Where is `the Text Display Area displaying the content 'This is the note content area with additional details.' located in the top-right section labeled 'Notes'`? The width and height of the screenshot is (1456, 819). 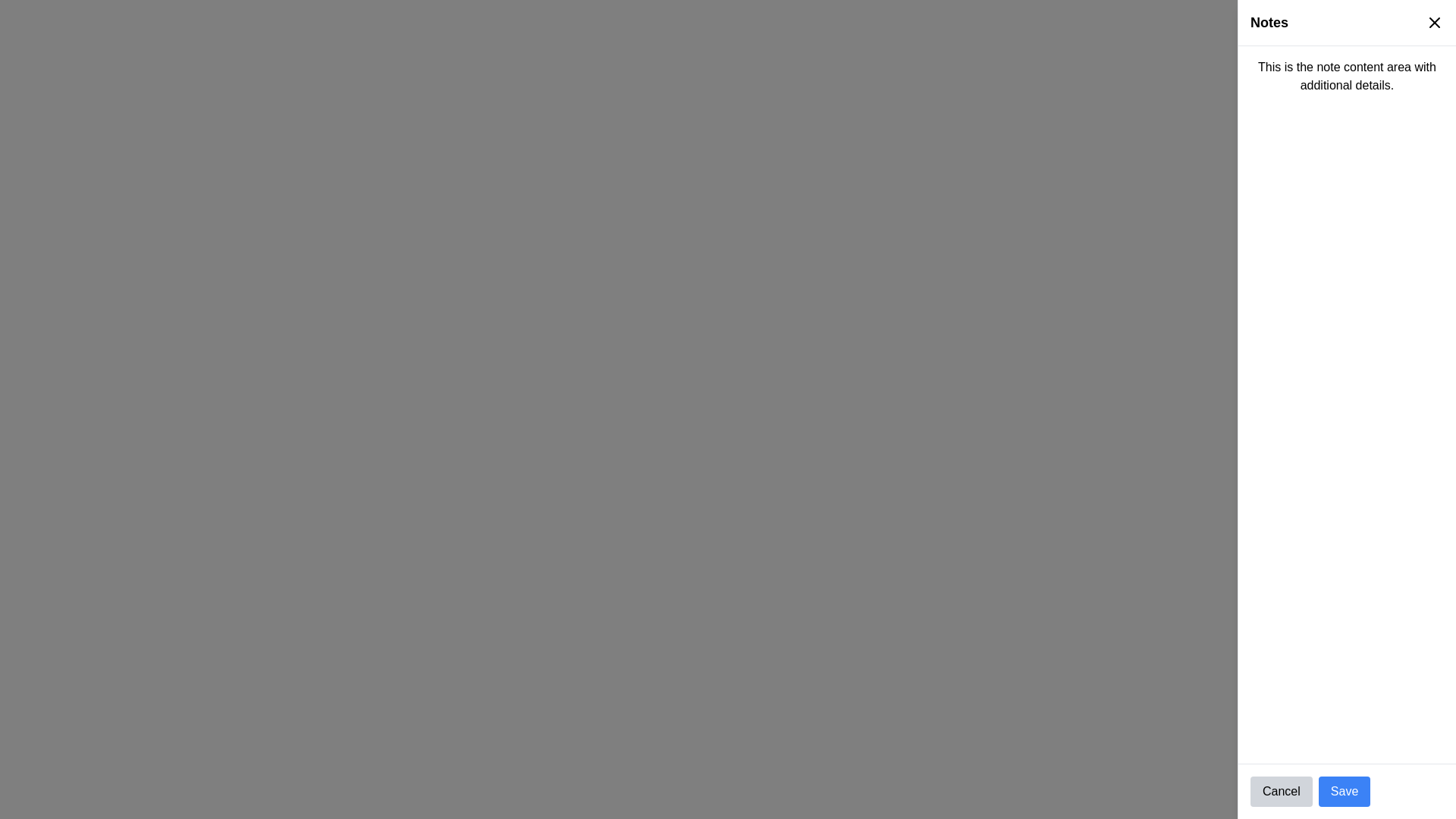
the Text Display Area displaying the content 'This is the note content area with additional details.' located in the top-right section labeled 'Notes' is located at coordinates (1347, 76).